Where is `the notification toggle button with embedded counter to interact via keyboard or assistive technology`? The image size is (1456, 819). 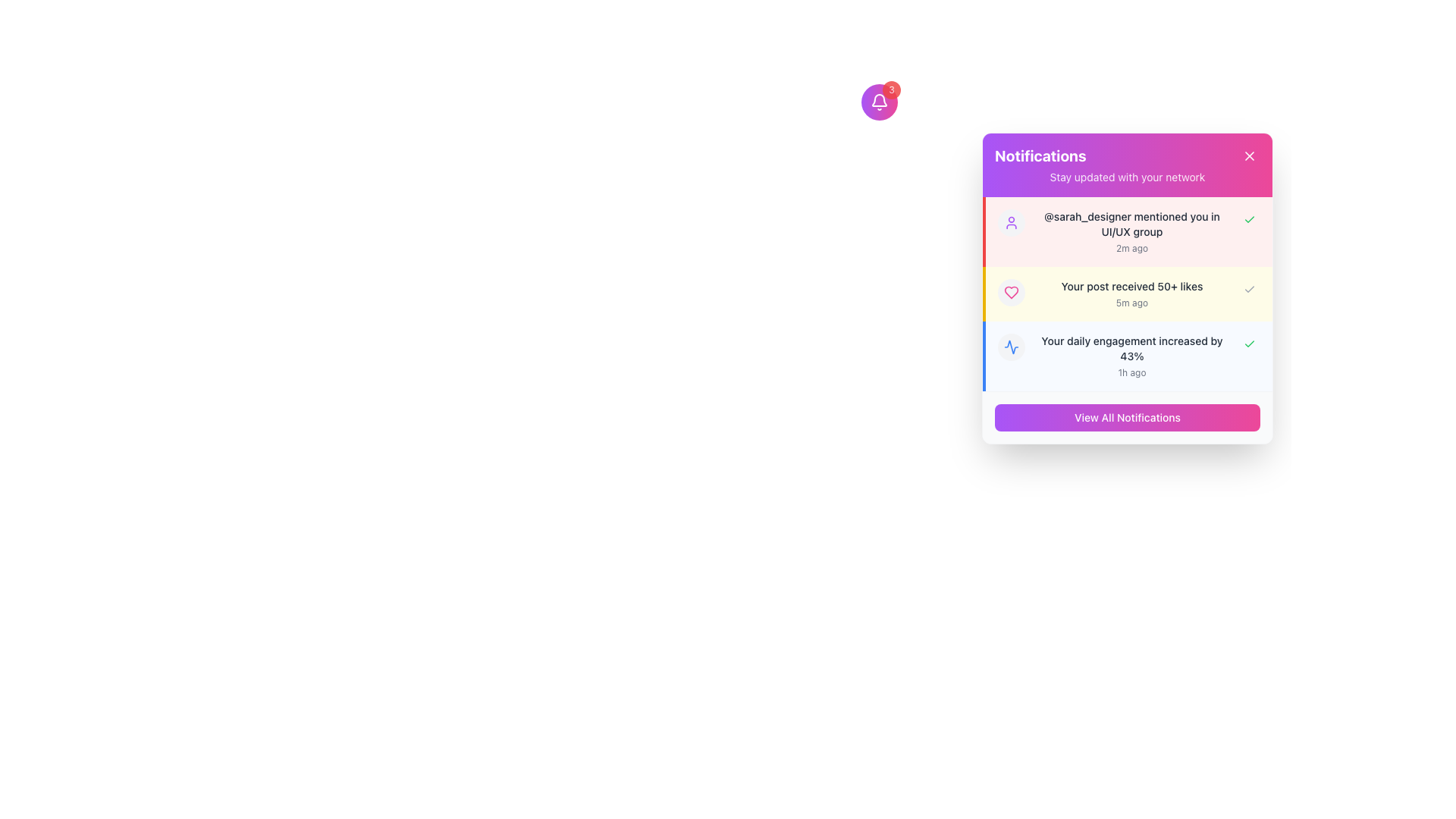 the notification toggle button with embedded counter to interact via keyboard or assistive technology is located at coordinates (879, 102).